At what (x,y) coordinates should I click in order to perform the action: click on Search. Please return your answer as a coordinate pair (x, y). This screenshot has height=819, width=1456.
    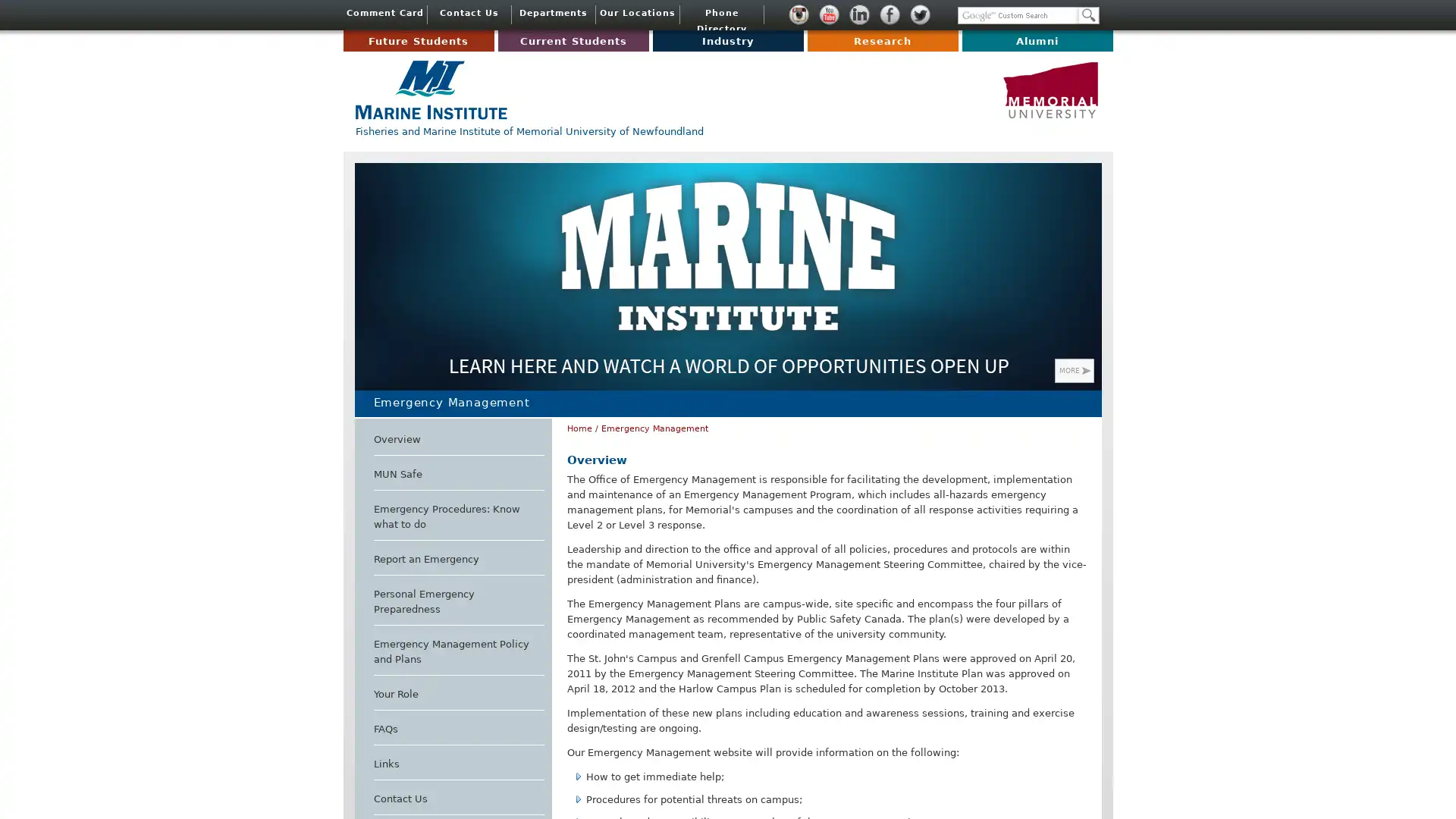
    Looking at the image, I should click on (1087, 15).